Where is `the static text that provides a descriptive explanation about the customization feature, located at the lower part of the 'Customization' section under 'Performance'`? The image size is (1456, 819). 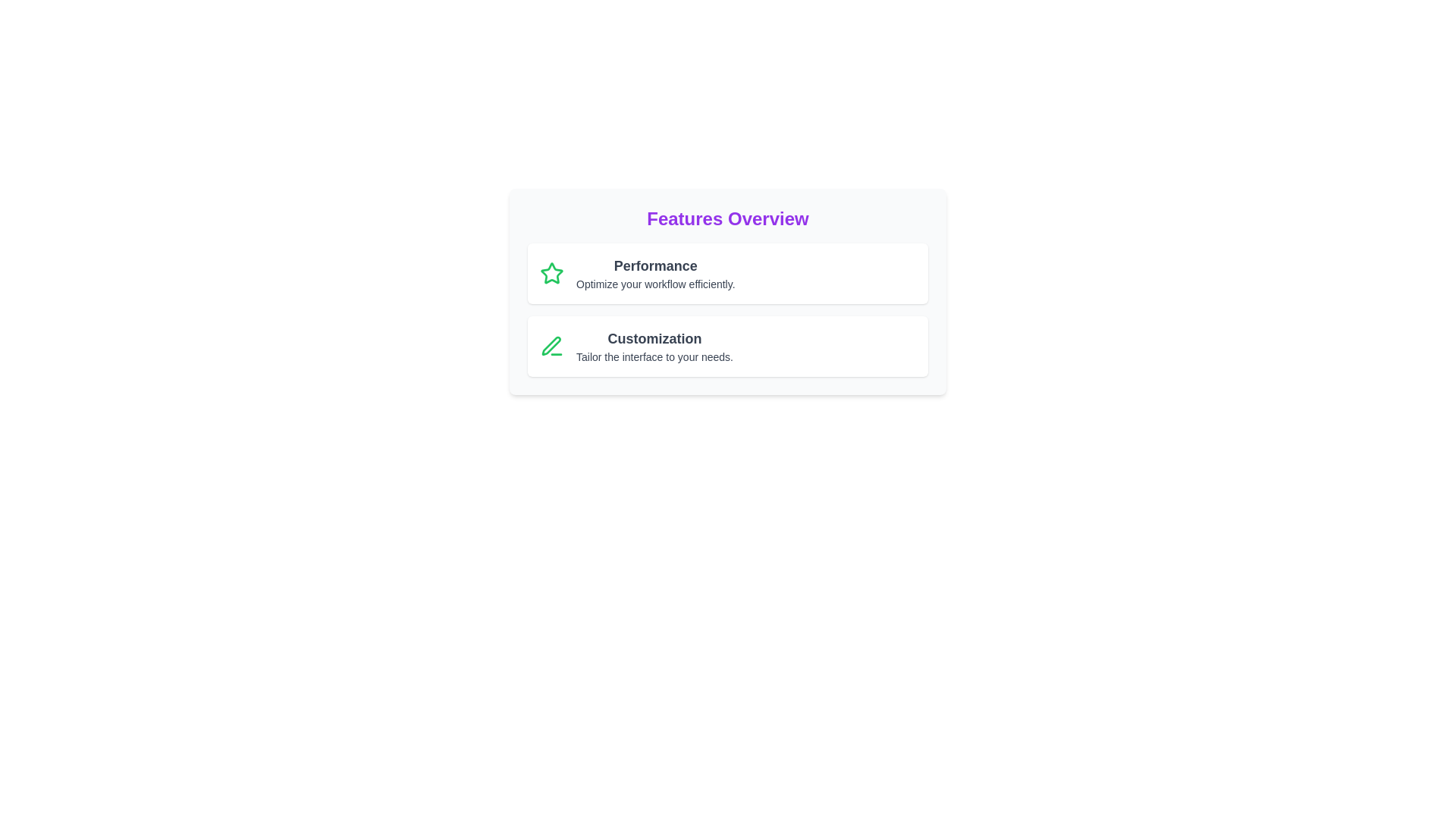
the static text that provides a descriptive explanation about the customization feature, located at the lower part of the 'Customization' section under 'Performance' is located at coordinates (654, 356).